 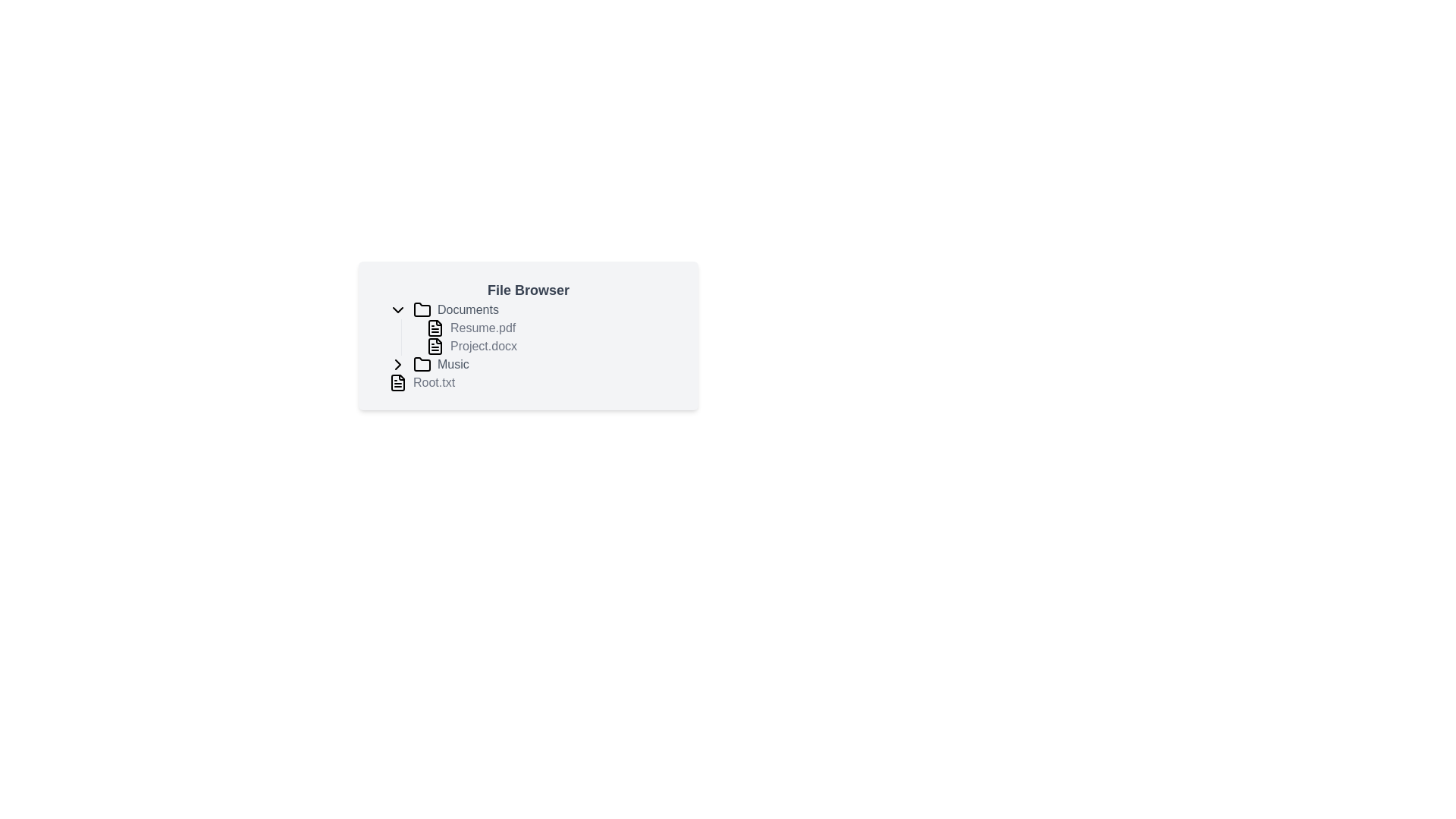 What do you see at coordinates (422, 309) in the screenshot?
I see `the folder icon labeled 'Documents' in the file browser, which is the first item in the vertical list of file and folder items` at bounding box center [422, 309].